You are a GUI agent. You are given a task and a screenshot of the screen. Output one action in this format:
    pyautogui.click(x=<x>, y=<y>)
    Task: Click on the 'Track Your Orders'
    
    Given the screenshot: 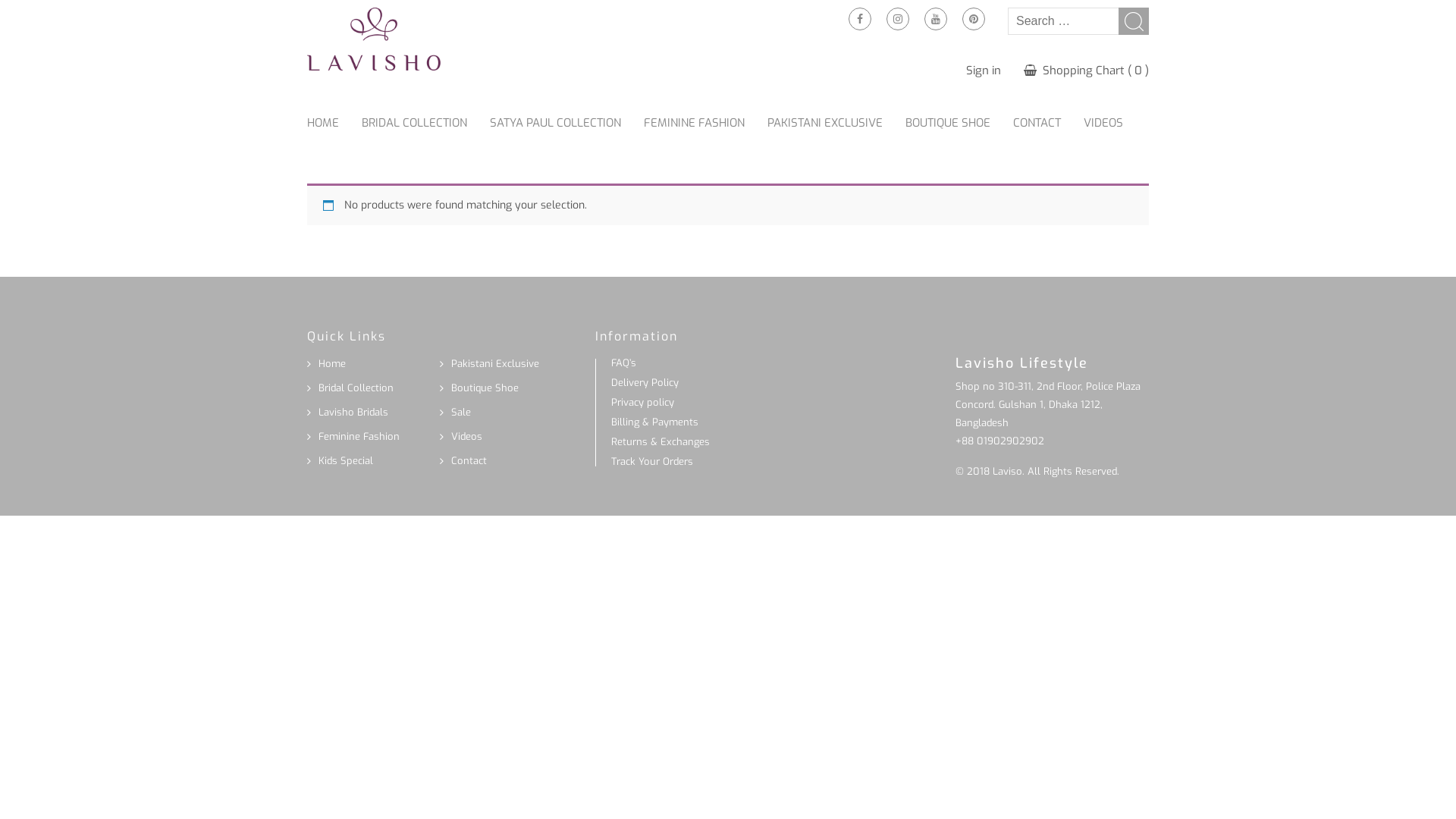 What is the action you would take?
    pyautogui.click(x=651, y=460)
    